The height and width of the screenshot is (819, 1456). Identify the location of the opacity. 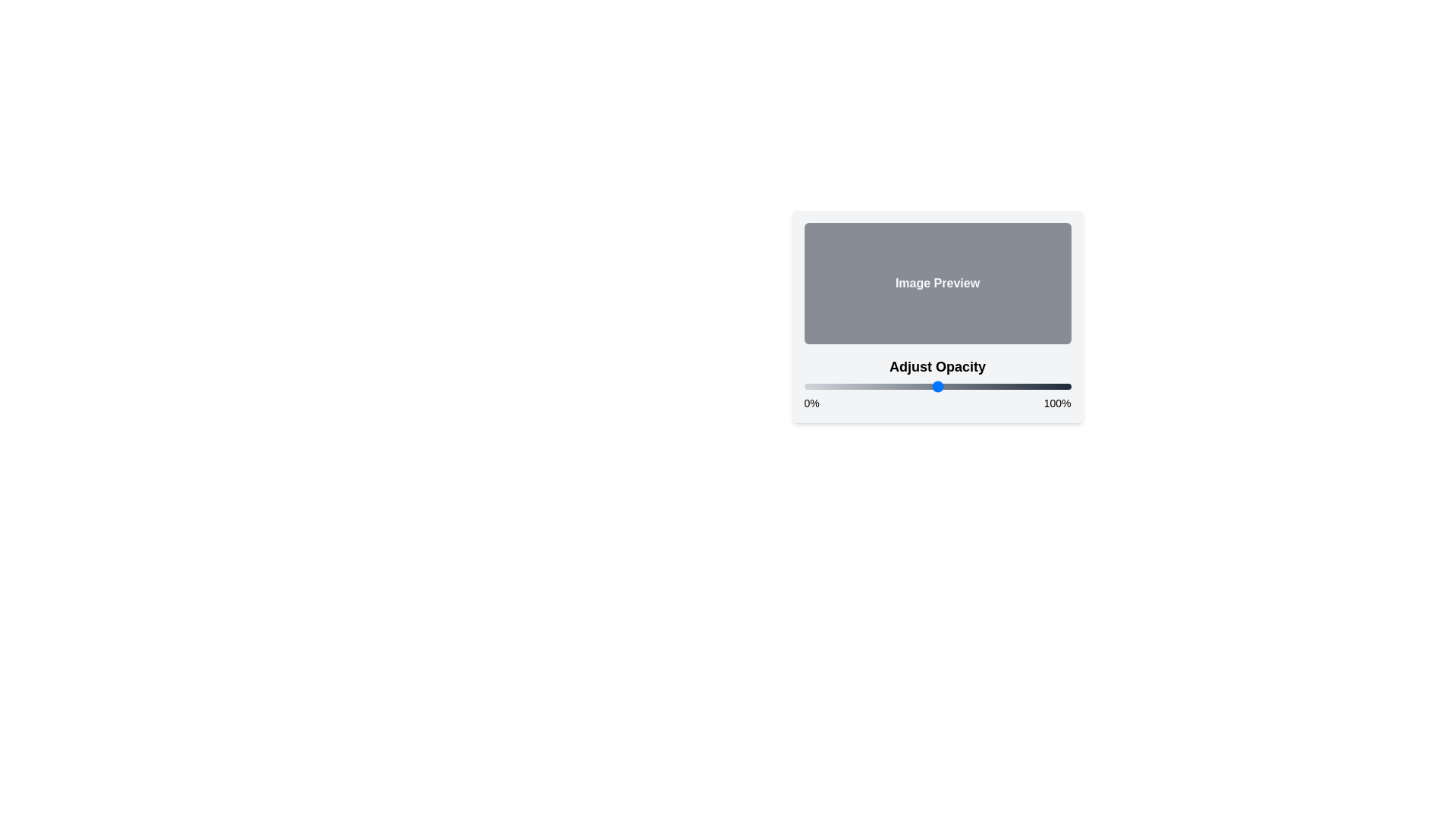
(939, 385).